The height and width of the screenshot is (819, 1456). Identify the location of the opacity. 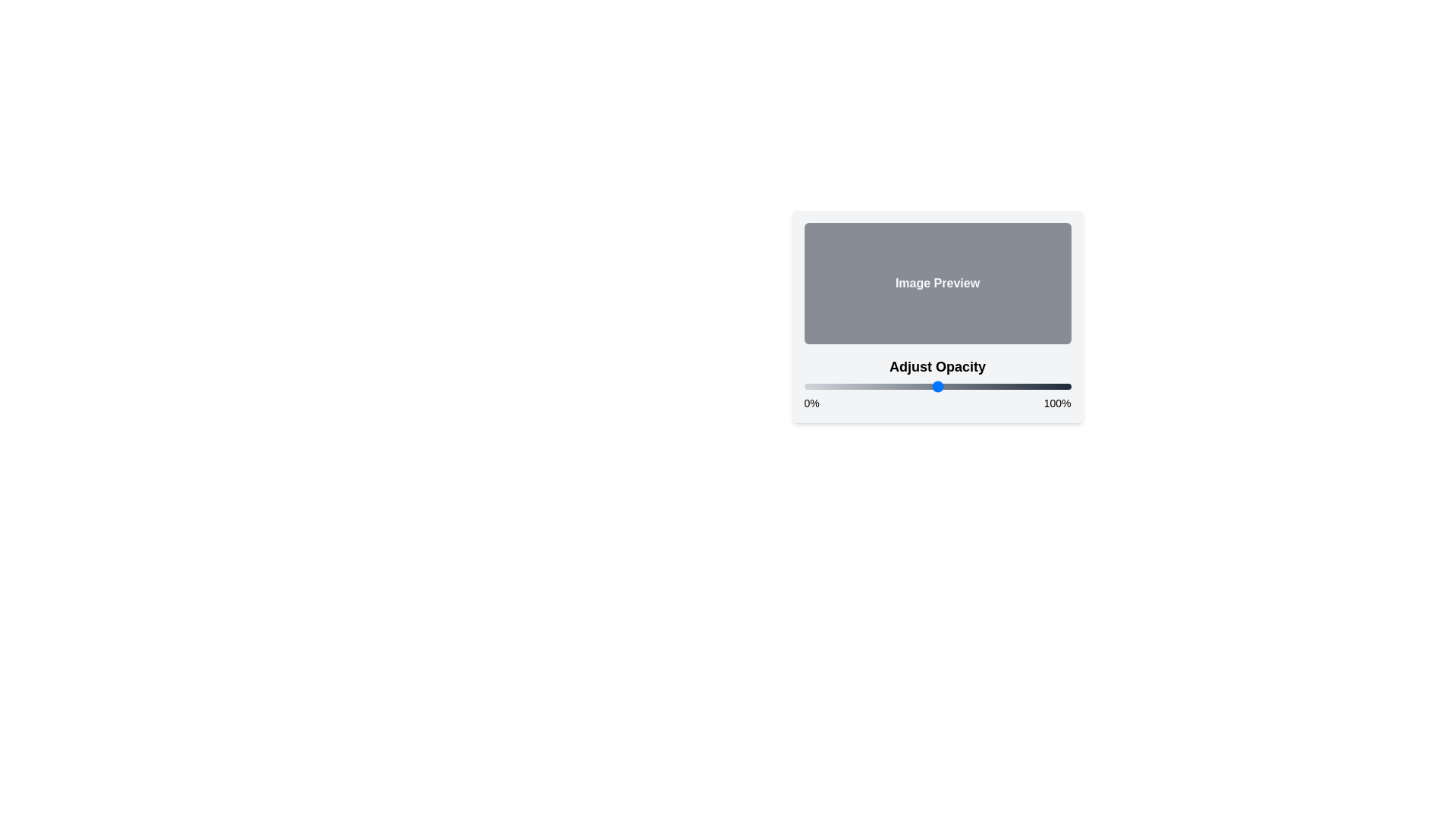
(939, 385).